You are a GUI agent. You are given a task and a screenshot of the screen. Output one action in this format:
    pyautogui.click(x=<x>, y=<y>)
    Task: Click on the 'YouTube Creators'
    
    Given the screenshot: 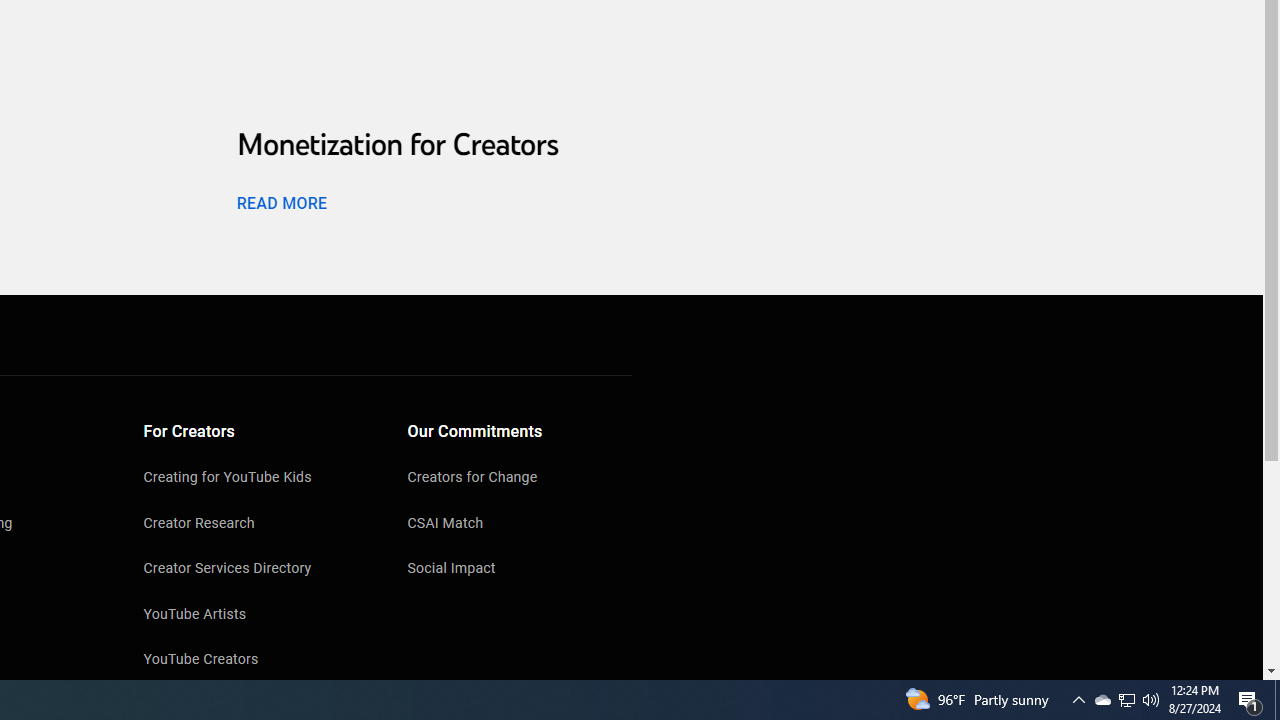 What is the action you would take?
    pyautogui.click(x=255, y=661)
    